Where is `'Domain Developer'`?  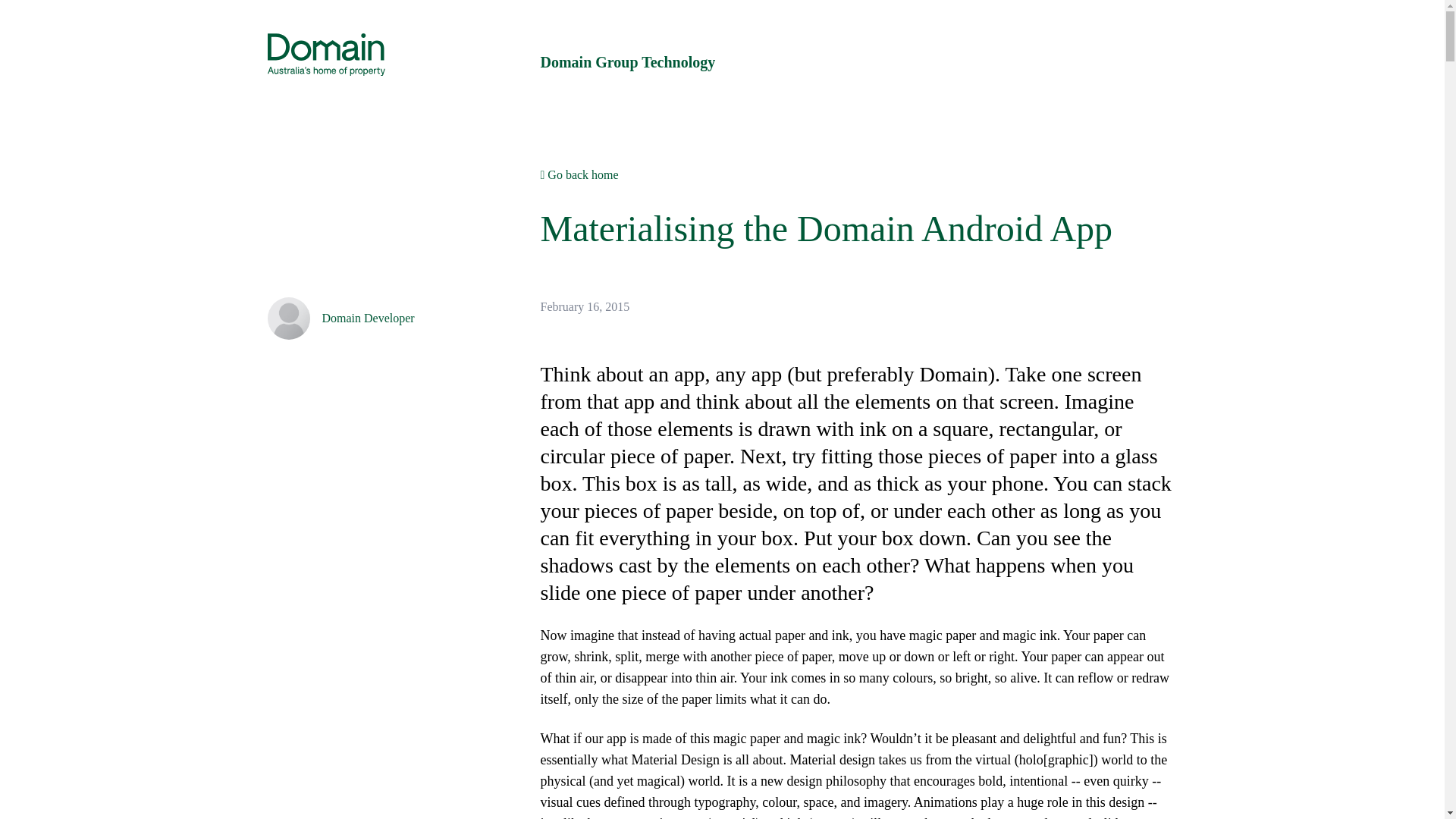 'Domain Developer' is located at coordinates (367, 317).